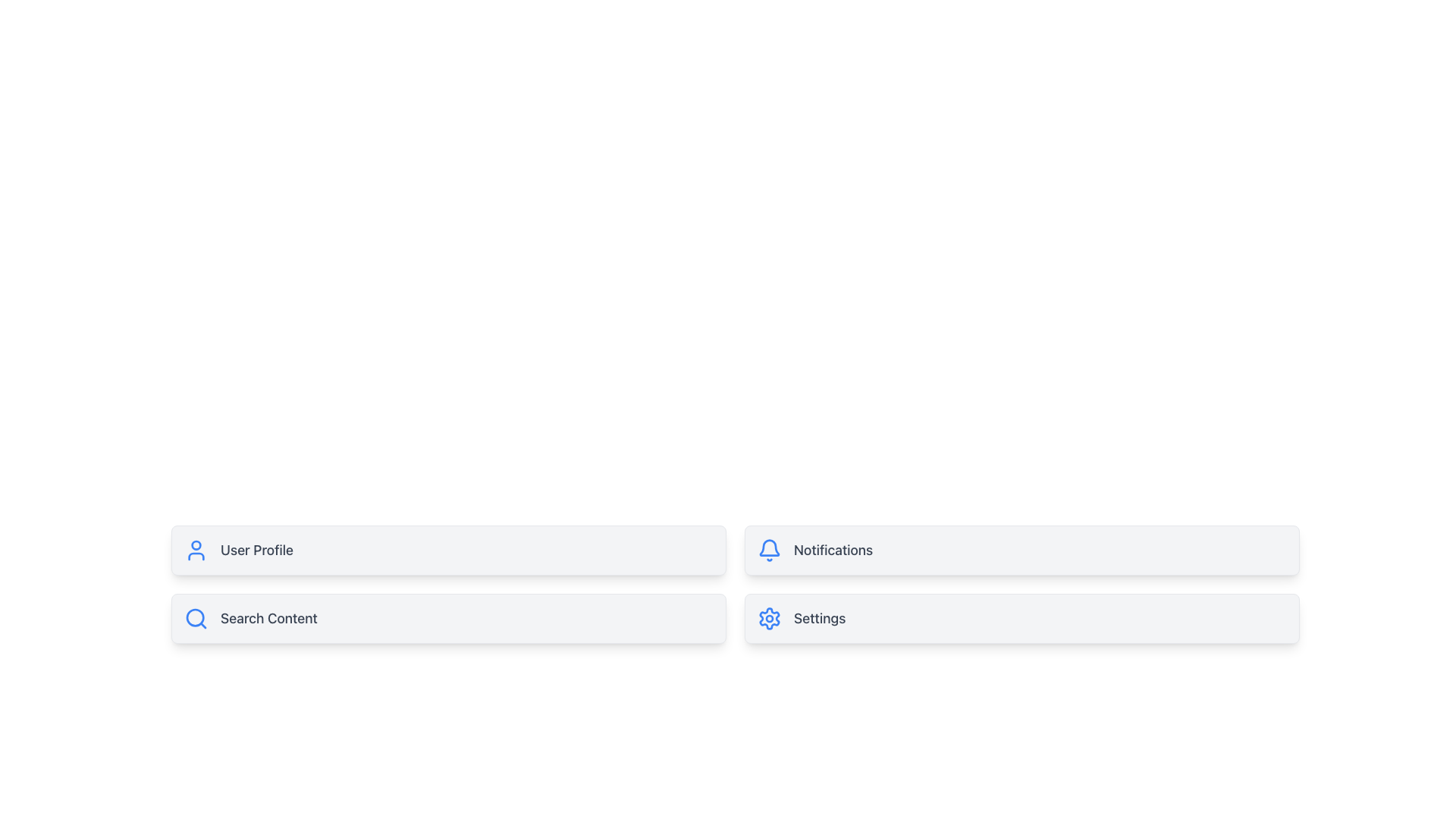  I want to click on the 'Settings' icon located at the bottom-right corner of the interface, which serves as a visual indicator for accessing configuration options, so click(769, 619).